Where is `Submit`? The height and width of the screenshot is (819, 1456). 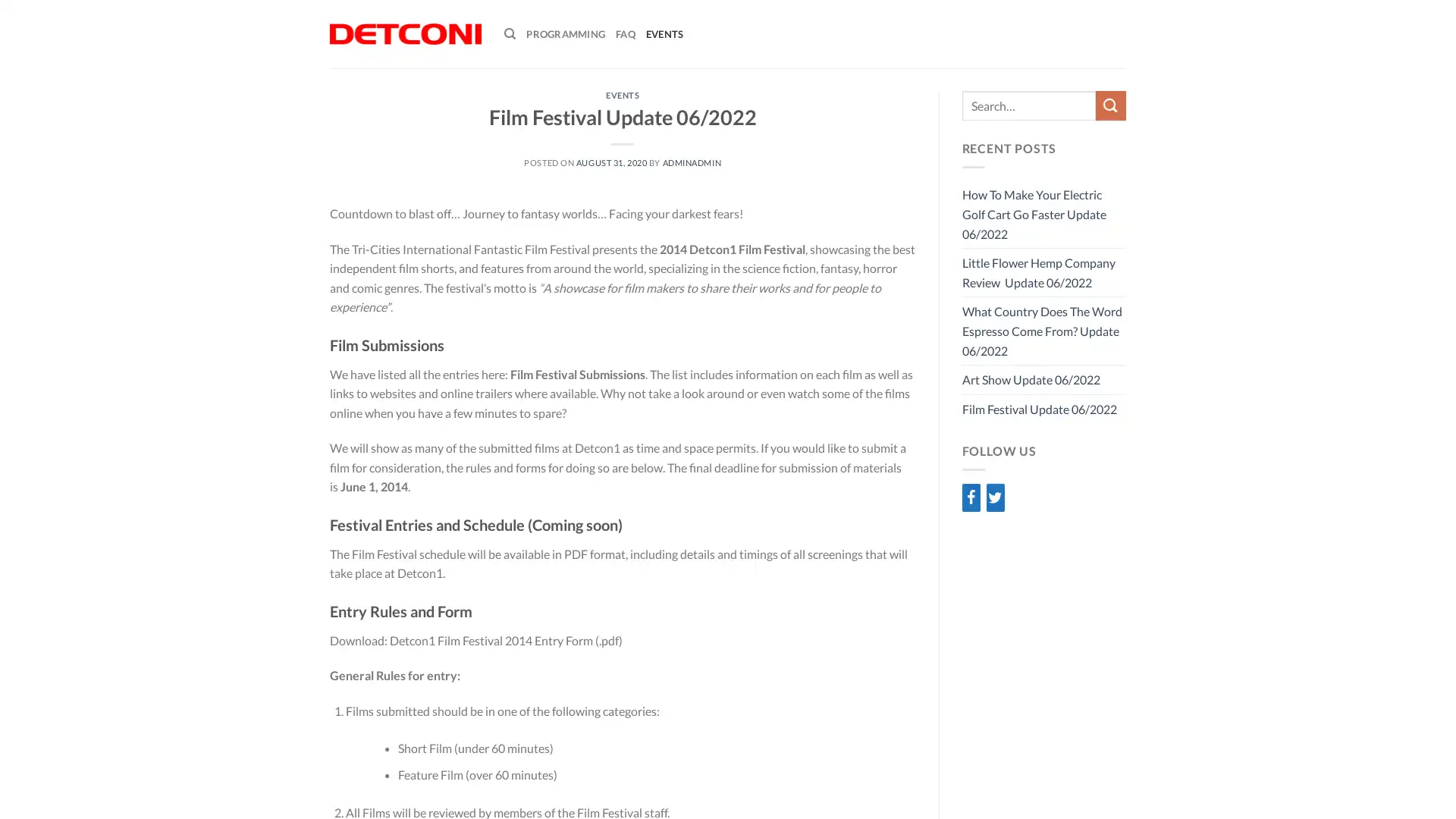
Submit is located at coordinates (1110, 105).